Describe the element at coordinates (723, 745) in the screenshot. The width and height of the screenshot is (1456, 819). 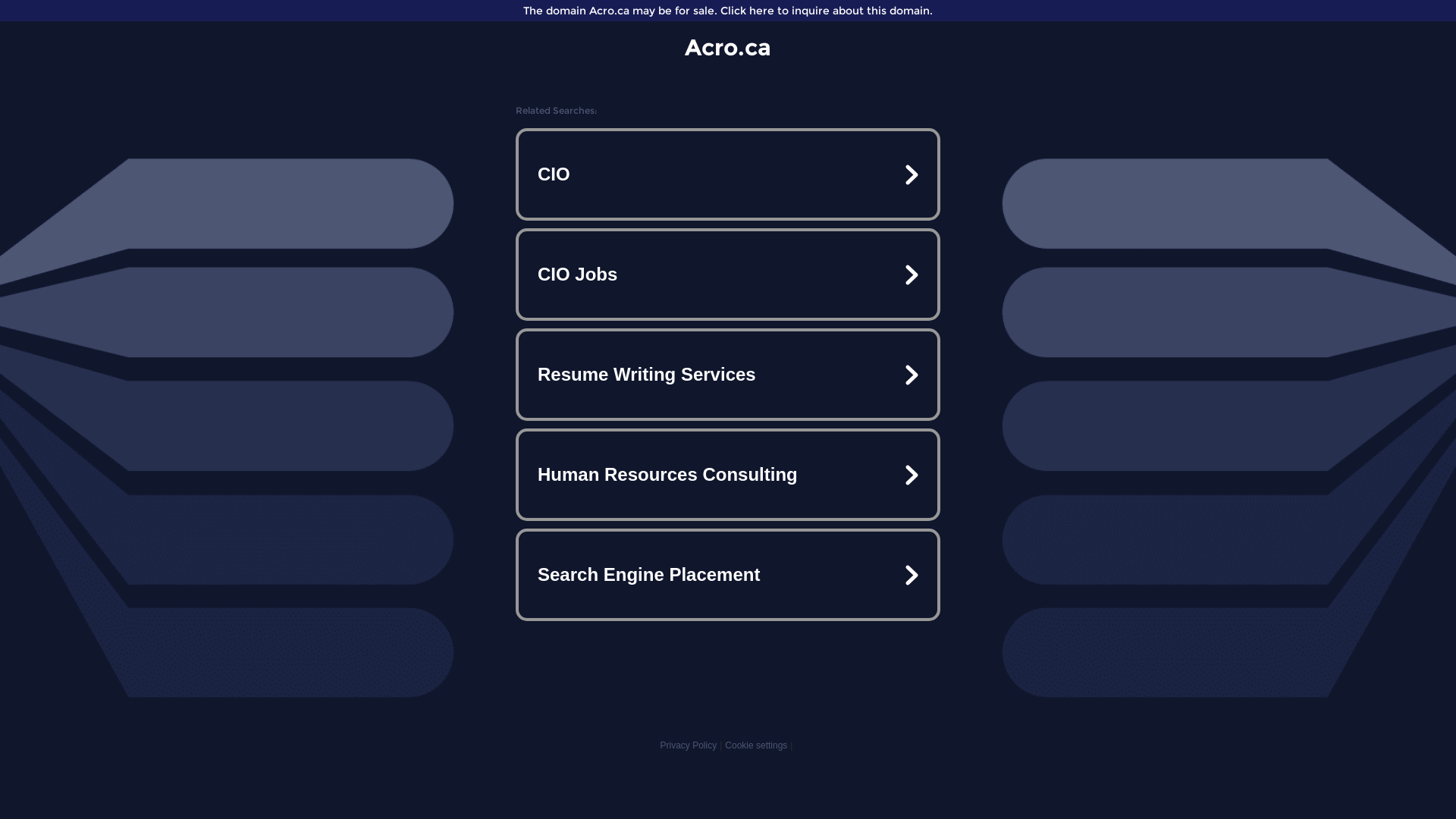
I see `'Cookie settings'` at that location.